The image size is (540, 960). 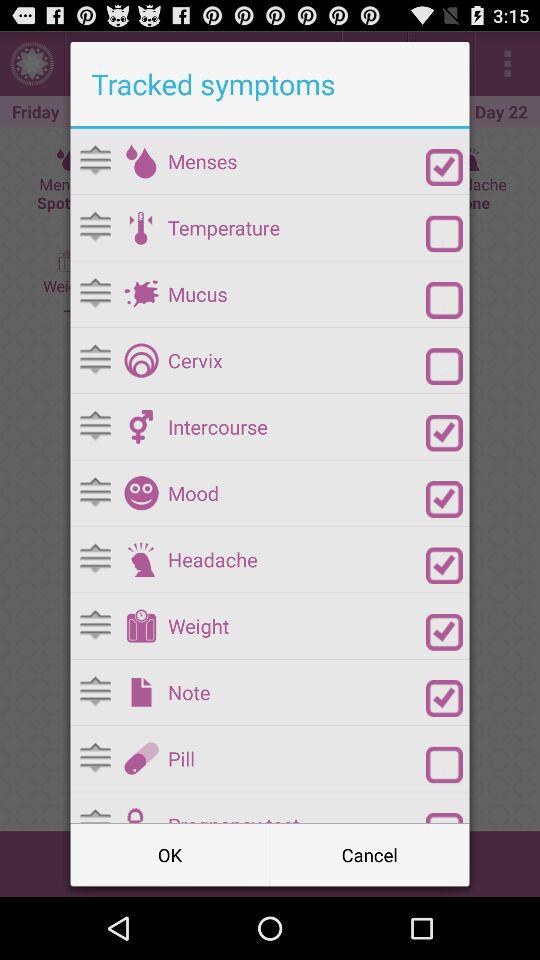 What do you see at coordinates (140, 227) in the screenshot?
I see `temperature` at bounding box center [140, 227].